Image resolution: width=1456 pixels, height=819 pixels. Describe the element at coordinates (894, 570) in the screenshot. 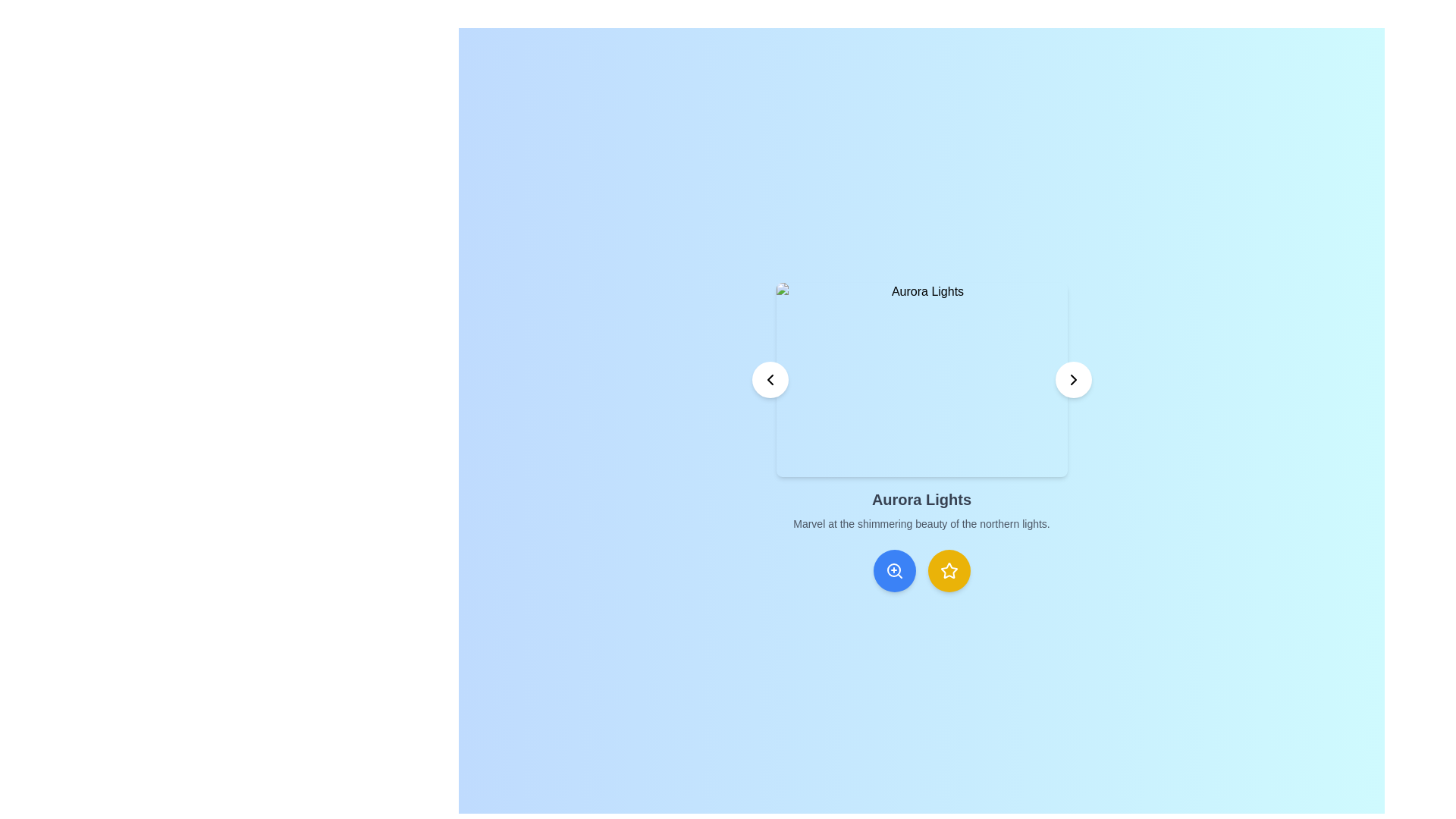

I see `the magnifying glass icon with a plus sign inside it, which is located within a blue circular button at the lower center of the interface` at that location.